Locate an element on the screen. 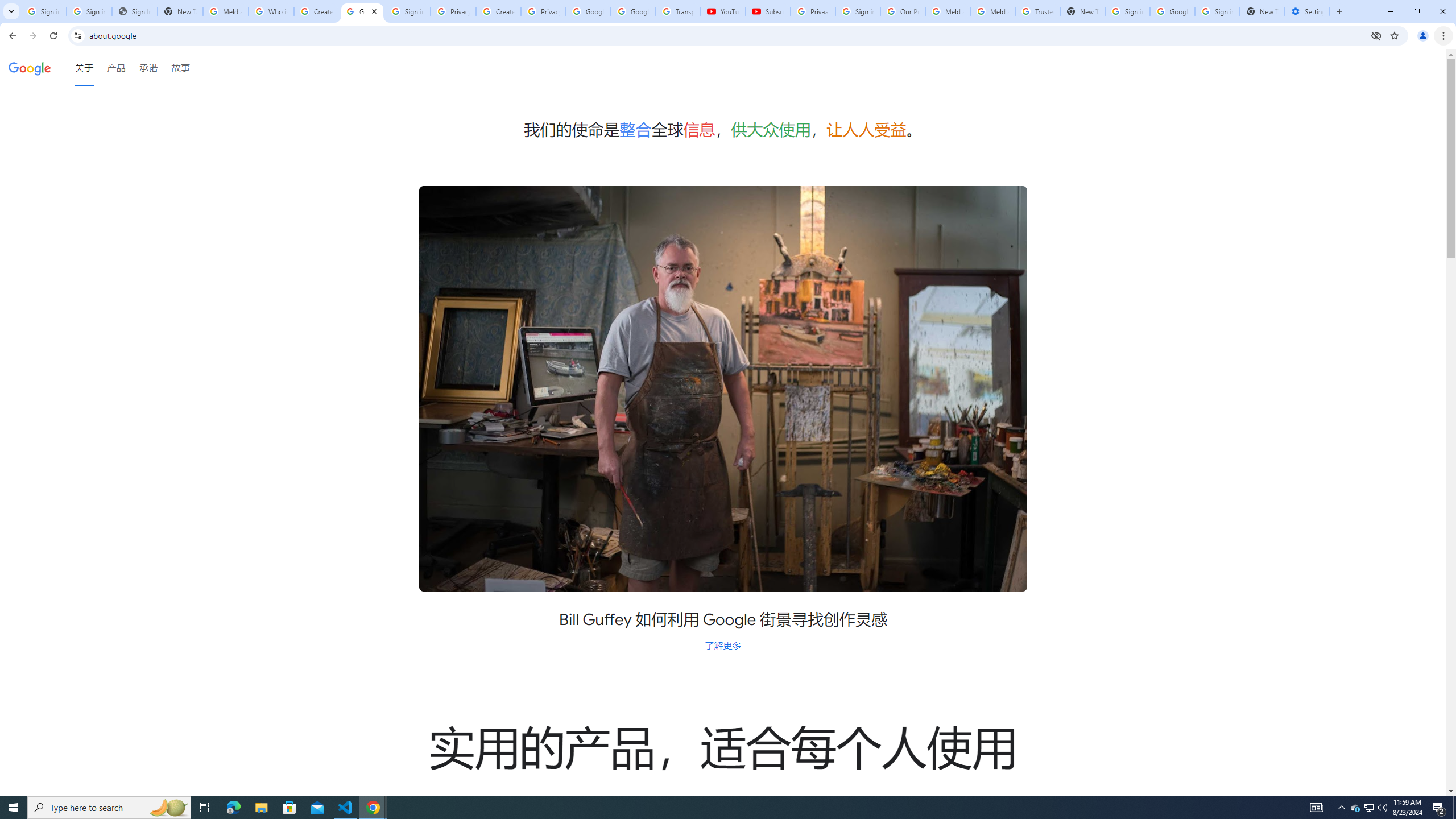 The height and width of the screenshot is (819, 1456). 'Subscriptions - YouTube' is located at coordinates (767, 11).